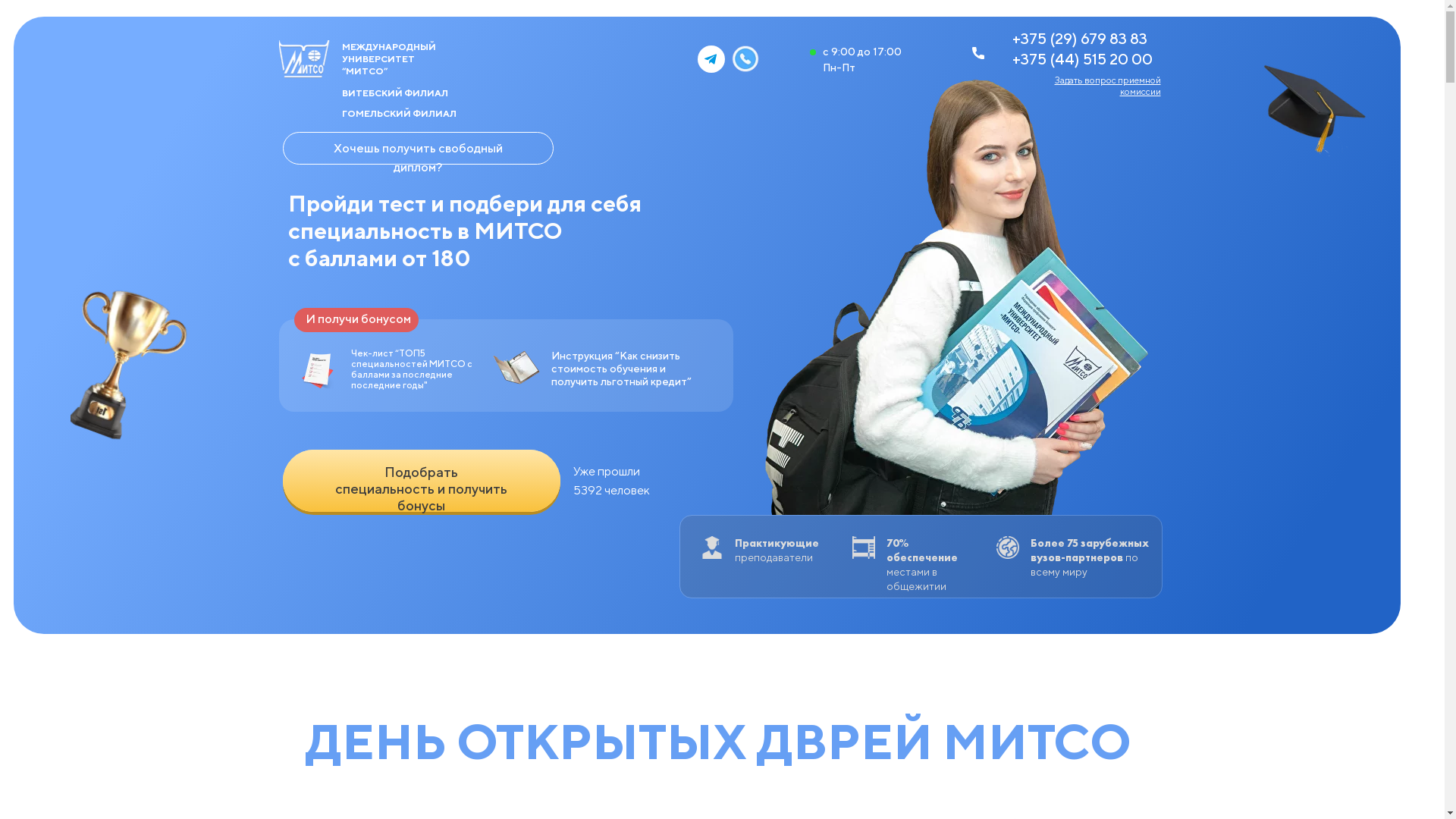 This screenshot has height=819, width=1456. Describe the element at coordinates (1078, 37) in the screenshot. I see `'+375 (29) 679 83 83'` at that location.